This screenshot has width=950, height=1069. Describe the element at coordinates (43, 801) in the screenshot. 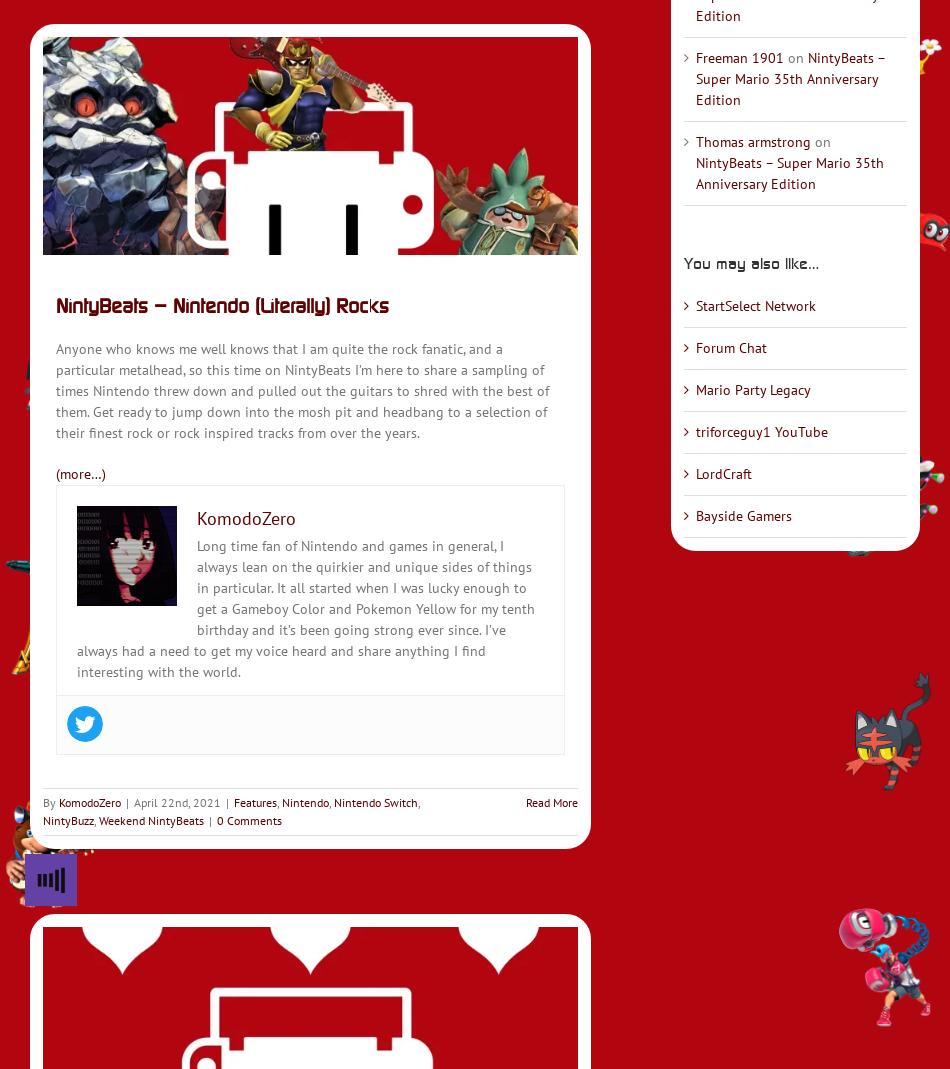

I see `'By'` at that location.